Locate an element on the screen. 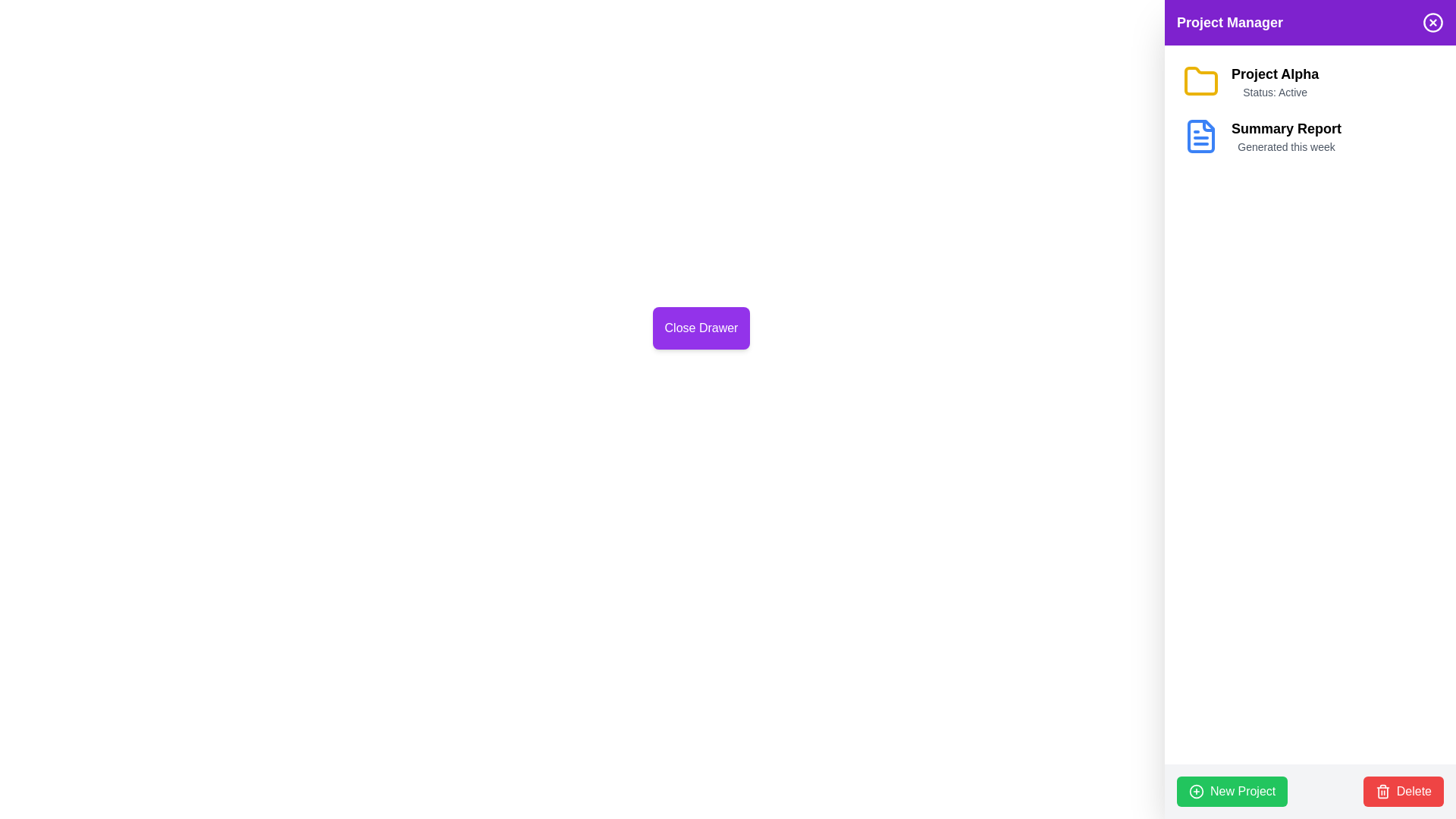 The height and width of the screenshot is (819, 1456). the informational label that indicates the status (Active) of 'Project Alpha' located in the 'Project Manager' right sidebar is located at coordinates (1274, 93).